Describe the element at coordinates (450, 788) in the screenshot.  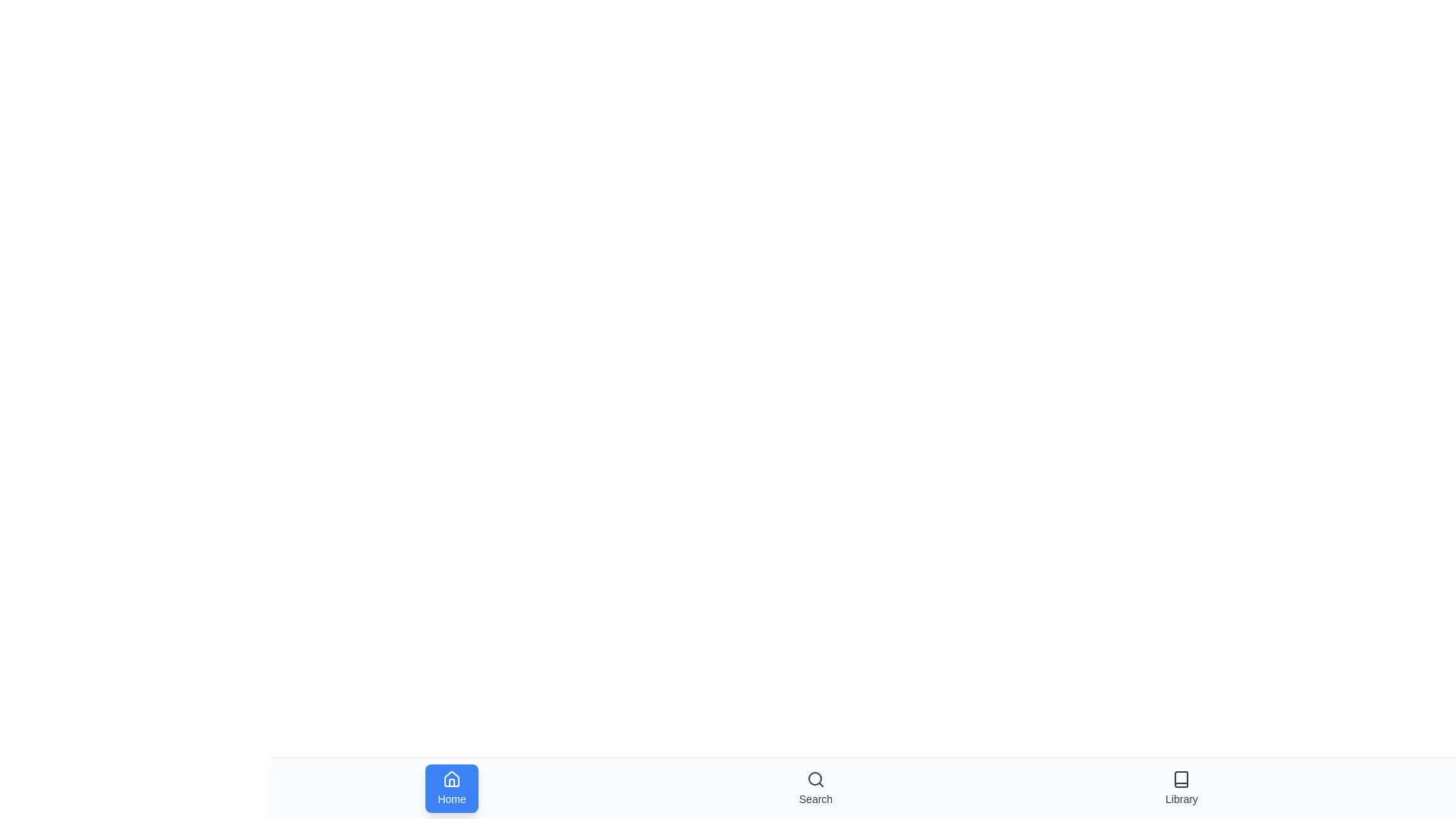
I see `the navigation tab labeled Home` at that location.